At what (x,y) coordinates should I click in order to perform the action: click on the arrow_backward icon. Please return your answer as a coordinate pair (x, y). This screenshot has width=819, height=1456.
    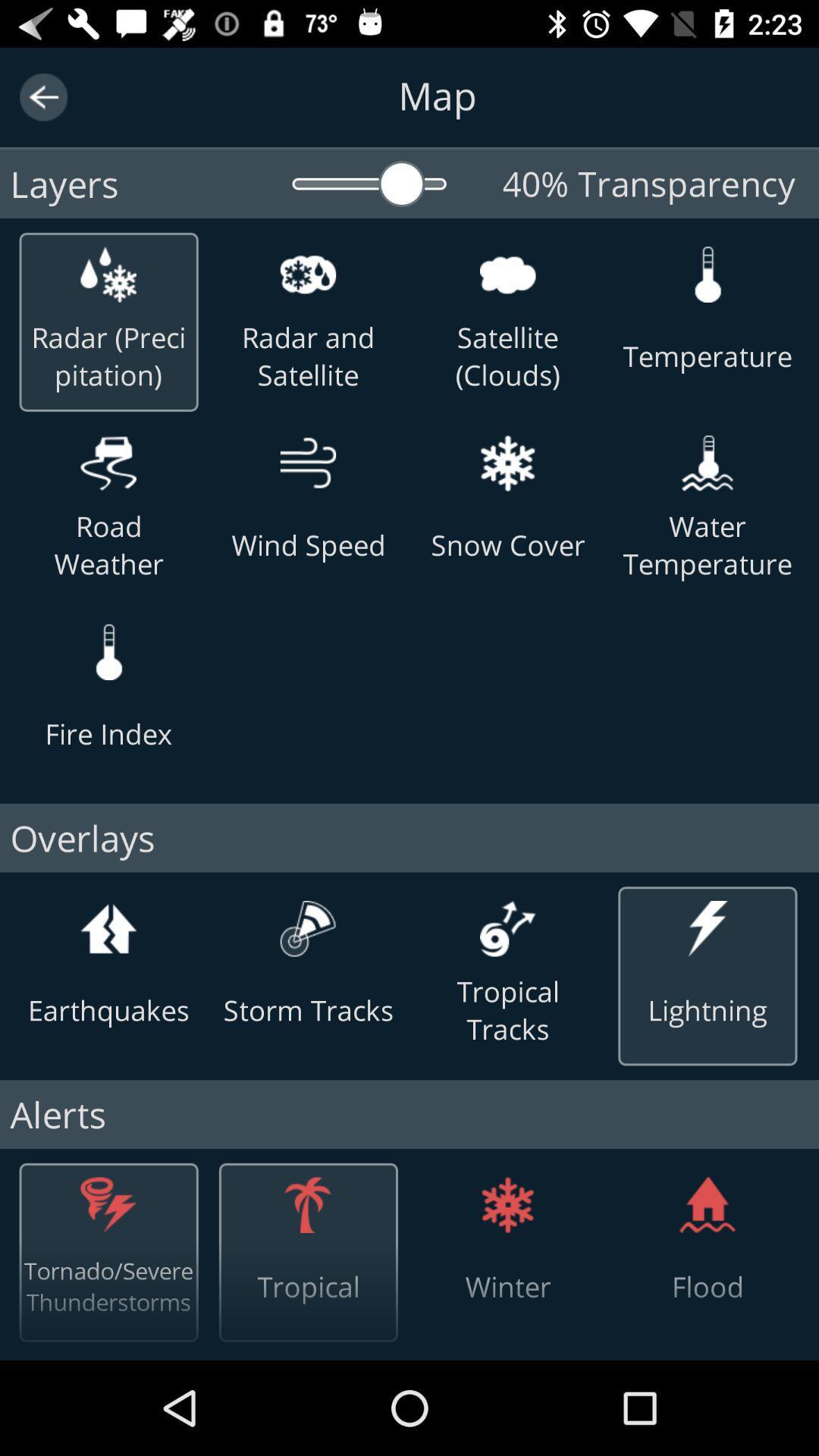
    Looking at the image, I should click on (42, 96).